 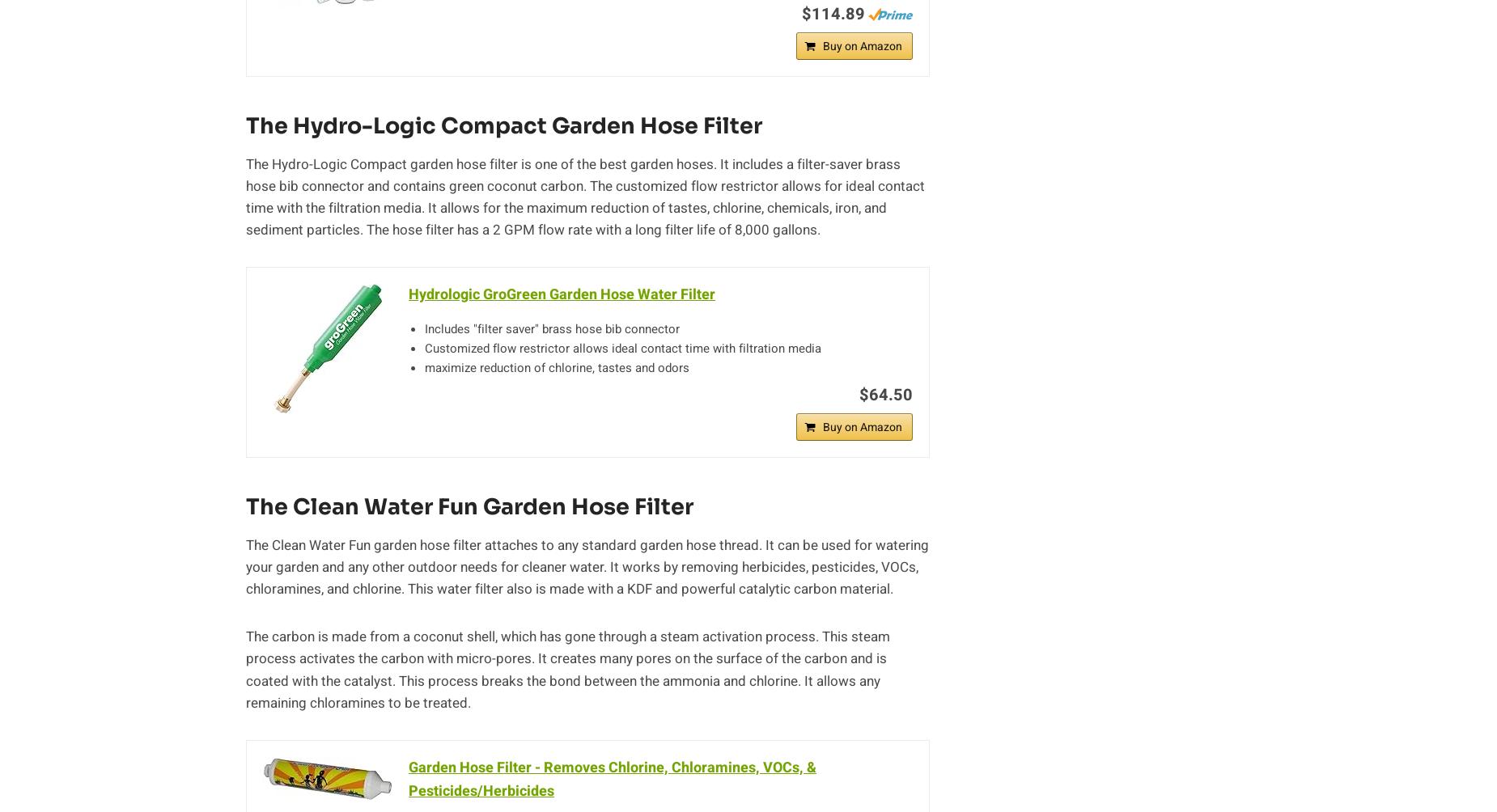 What do you see at coordinates (585, 196) in the screenshot?
I see `'The Hydro-Logic Compact garden hose filter is one of the best garden hoses. It includes a filter-saver brass hose bib connector and contains green coconut carbon. The customized flow restrictor allows for ideal contact time with the filtration media. It allows for the maximum reduction of tastes, chlorine, chemicals, iron, and sediment particles. The hose filter has a 2 GPM flow rate with a long filter life of 8,000 gallons.'` at bounding box center [585, 196].